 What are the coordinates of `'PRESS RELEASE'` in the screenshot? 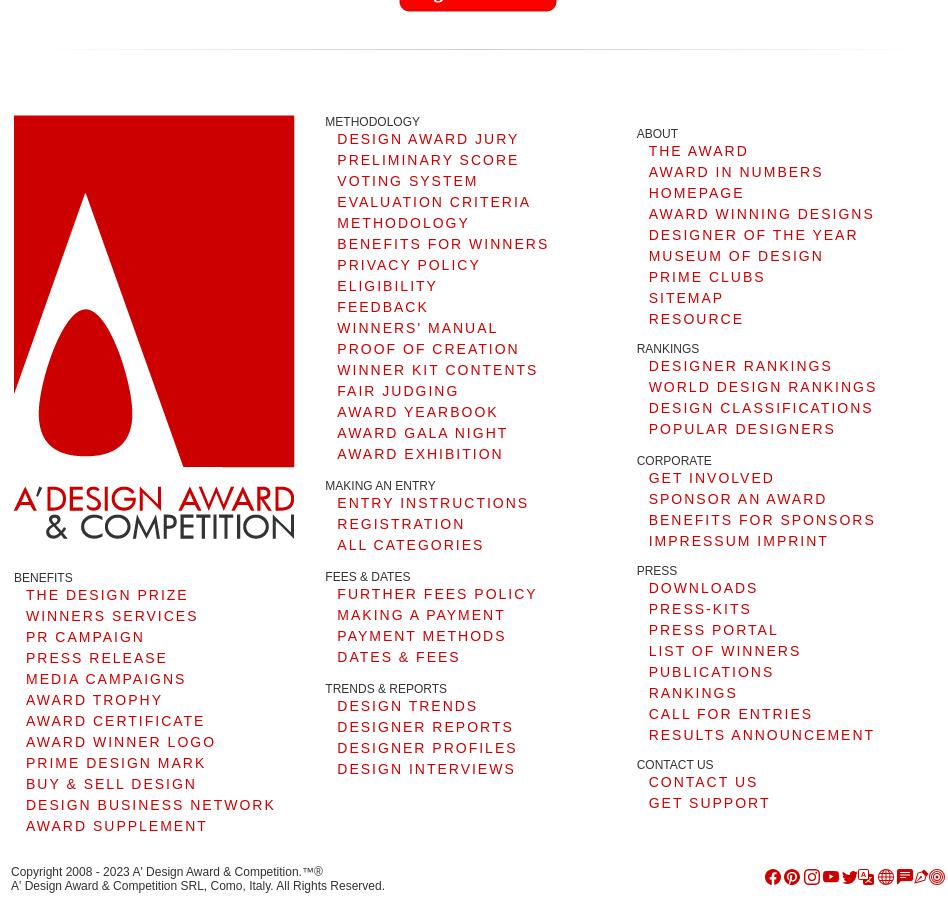 It's located at (96, 656).